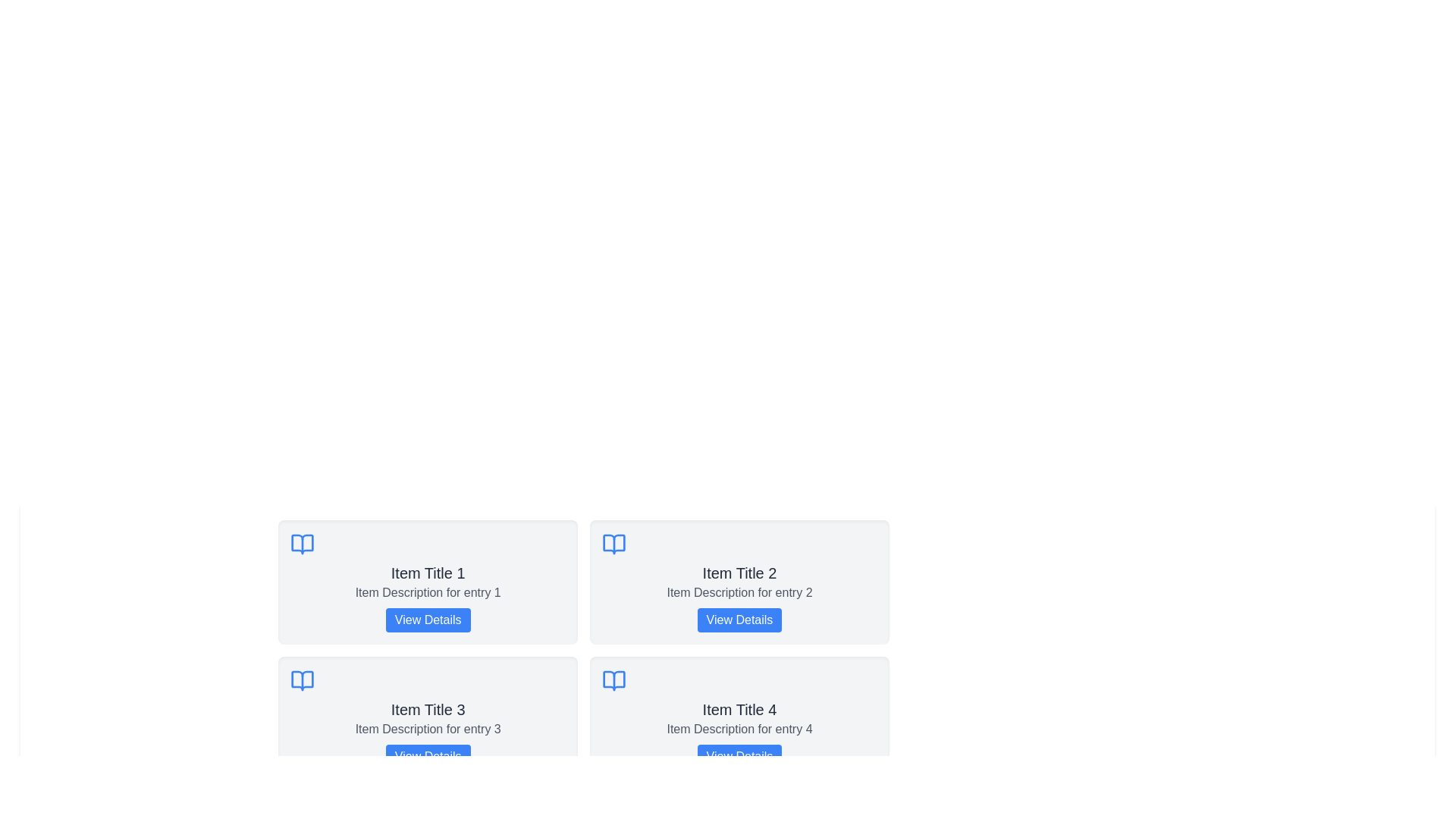 This screenshot has width=1456, height=819. I want to click on the static text label that serves as the heading of the fourth card in the grid layout, positioned centrally near the top of the card, so click(739, 710).